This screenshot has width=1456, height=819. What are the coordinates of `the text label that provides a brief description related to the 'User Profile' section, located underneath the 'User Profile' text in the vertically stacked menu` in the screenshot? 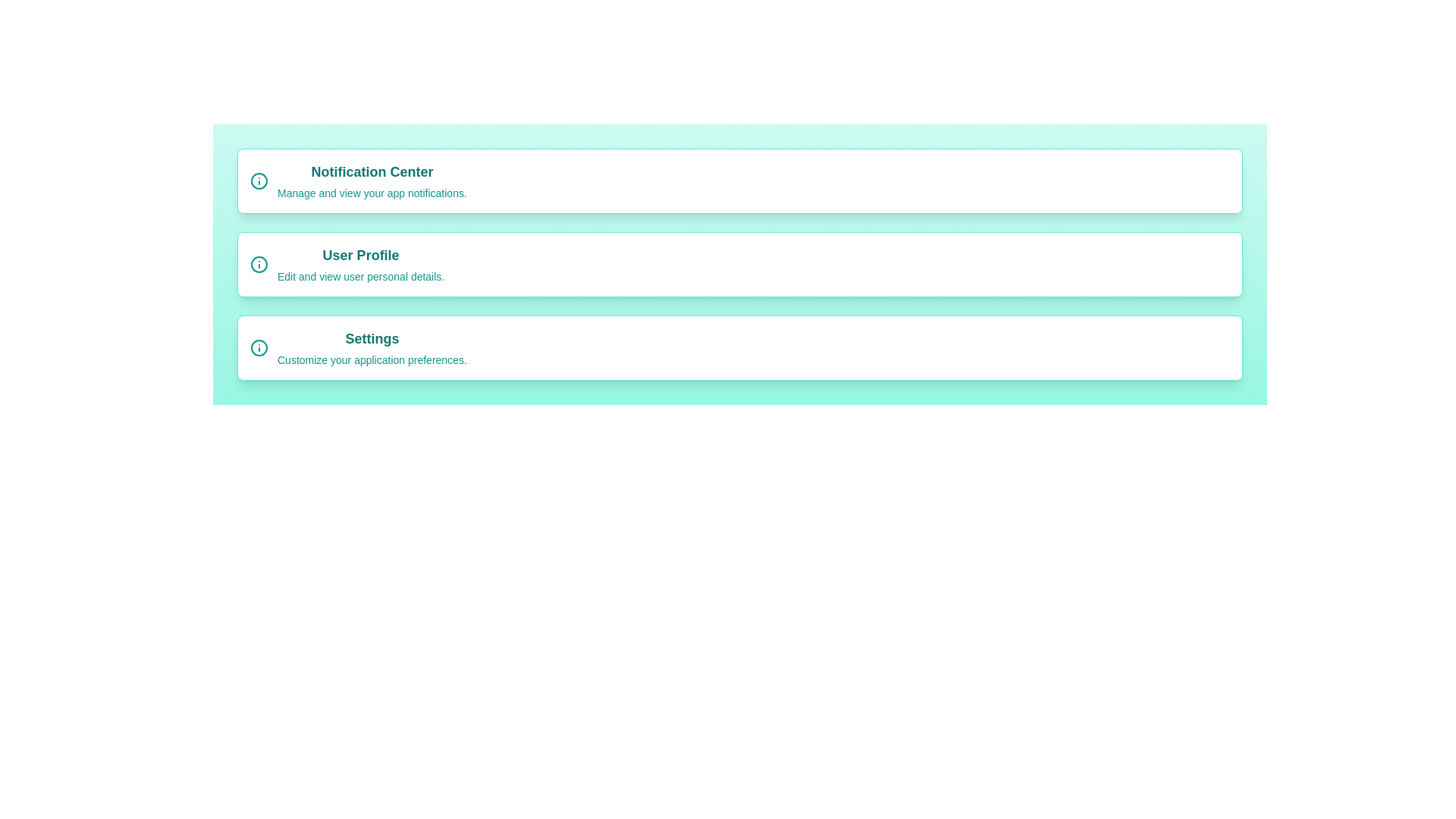 It's located at (360, 277).